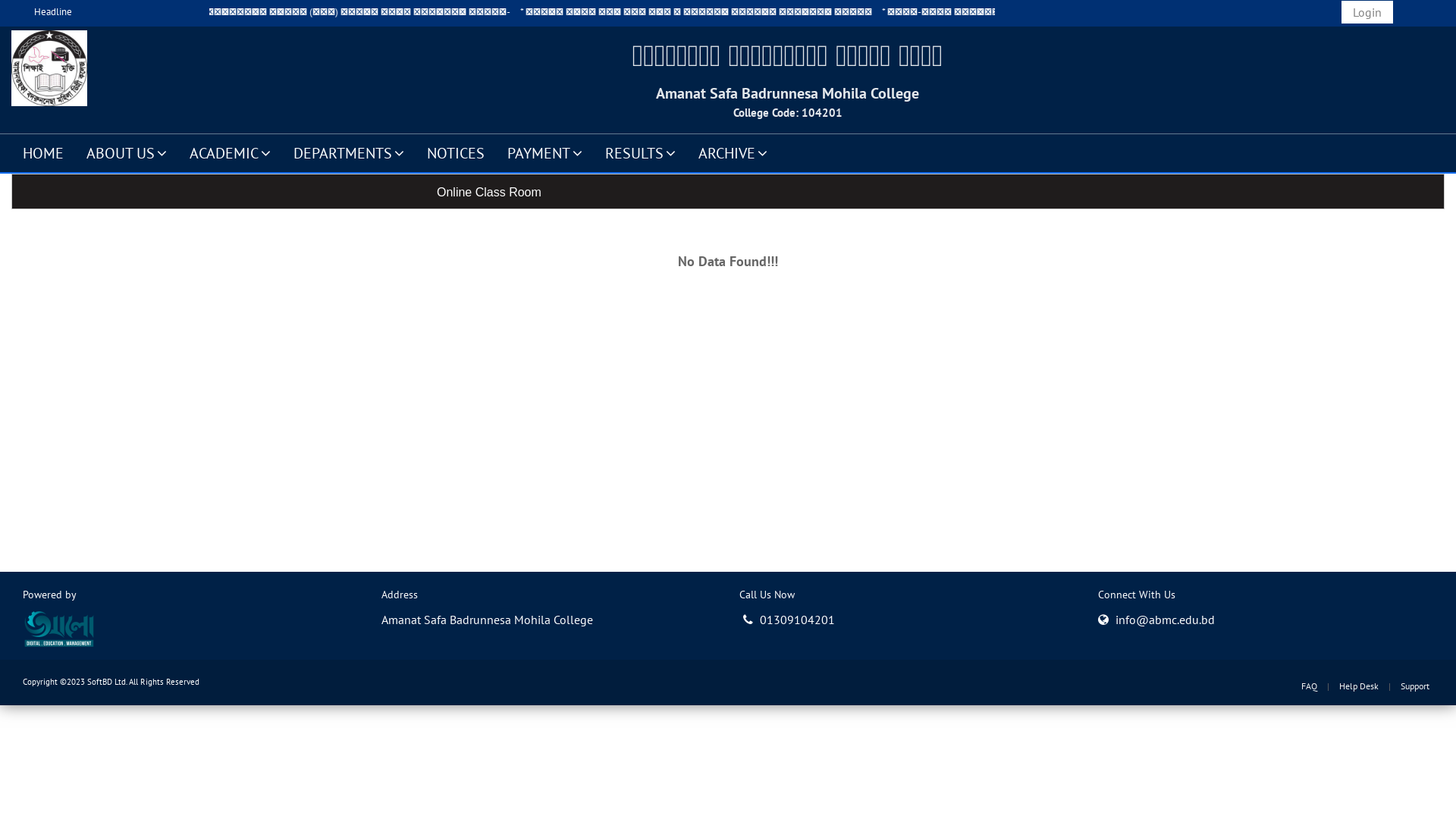 This screenshot has height=819, width=1456. Describe the element at coordinates (1341, 11) in the screenshot. I see `'Login'` at that location.